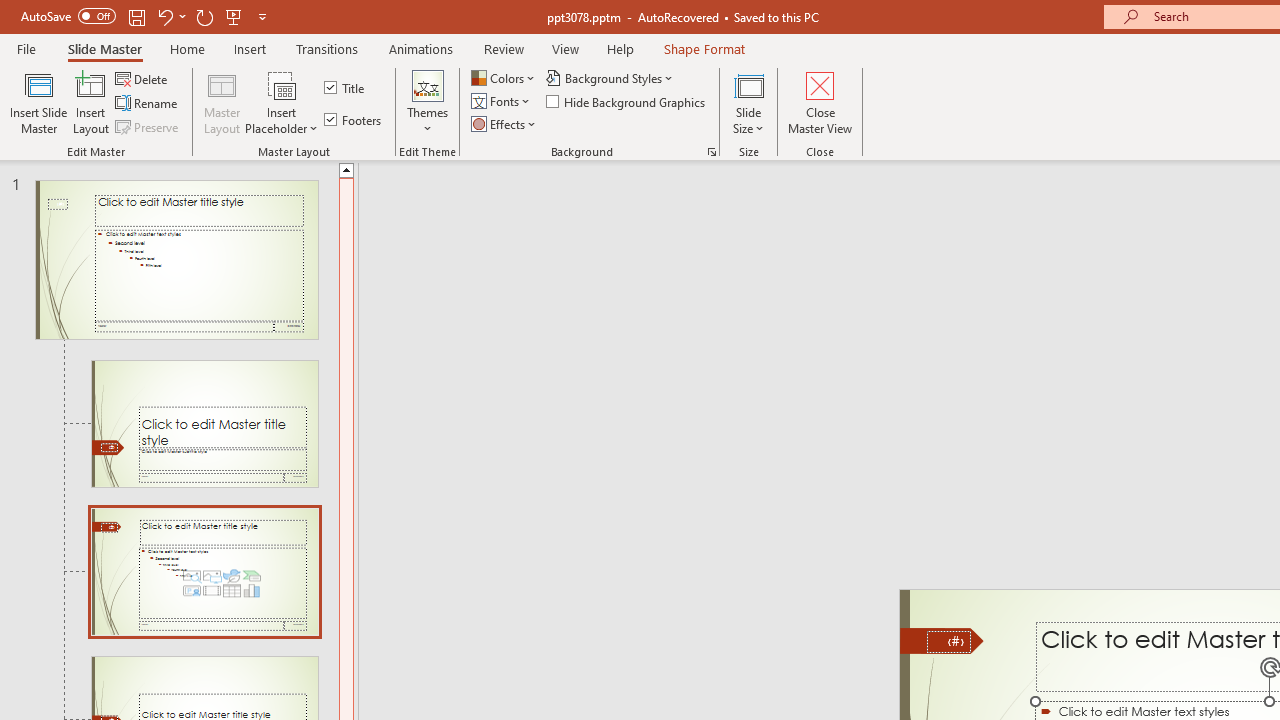 The height and width of the screenshot is (720, 1280). Describe the element at coordinates (948, 641) in the screenshot. I see `'Slide Number'` at that location.